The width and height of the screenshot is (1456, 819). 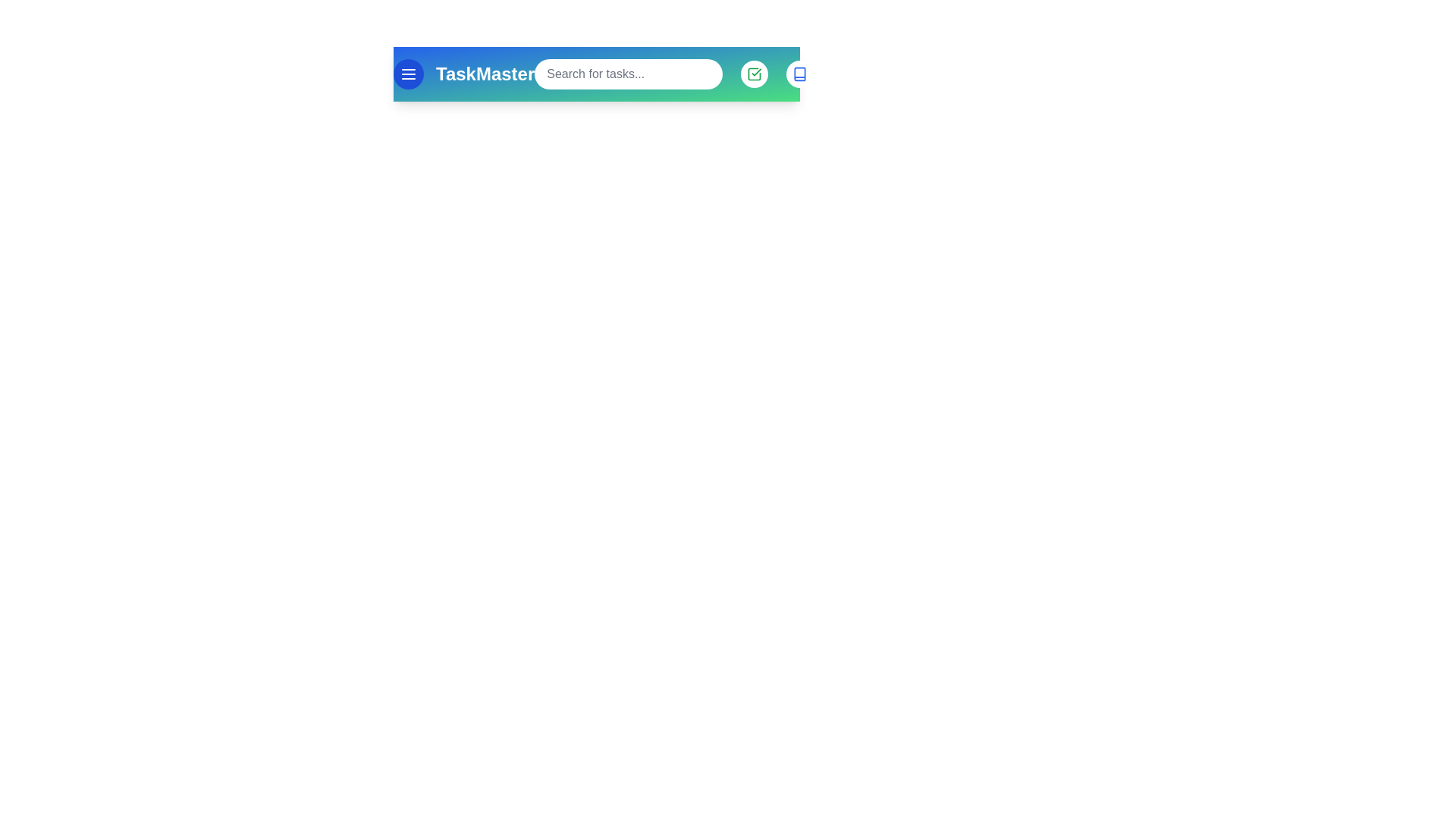 What do you see at coordinates (799, 74) in the screenshot?
I see `the book icon to access the task documentation` at bounding box center [799, 74].